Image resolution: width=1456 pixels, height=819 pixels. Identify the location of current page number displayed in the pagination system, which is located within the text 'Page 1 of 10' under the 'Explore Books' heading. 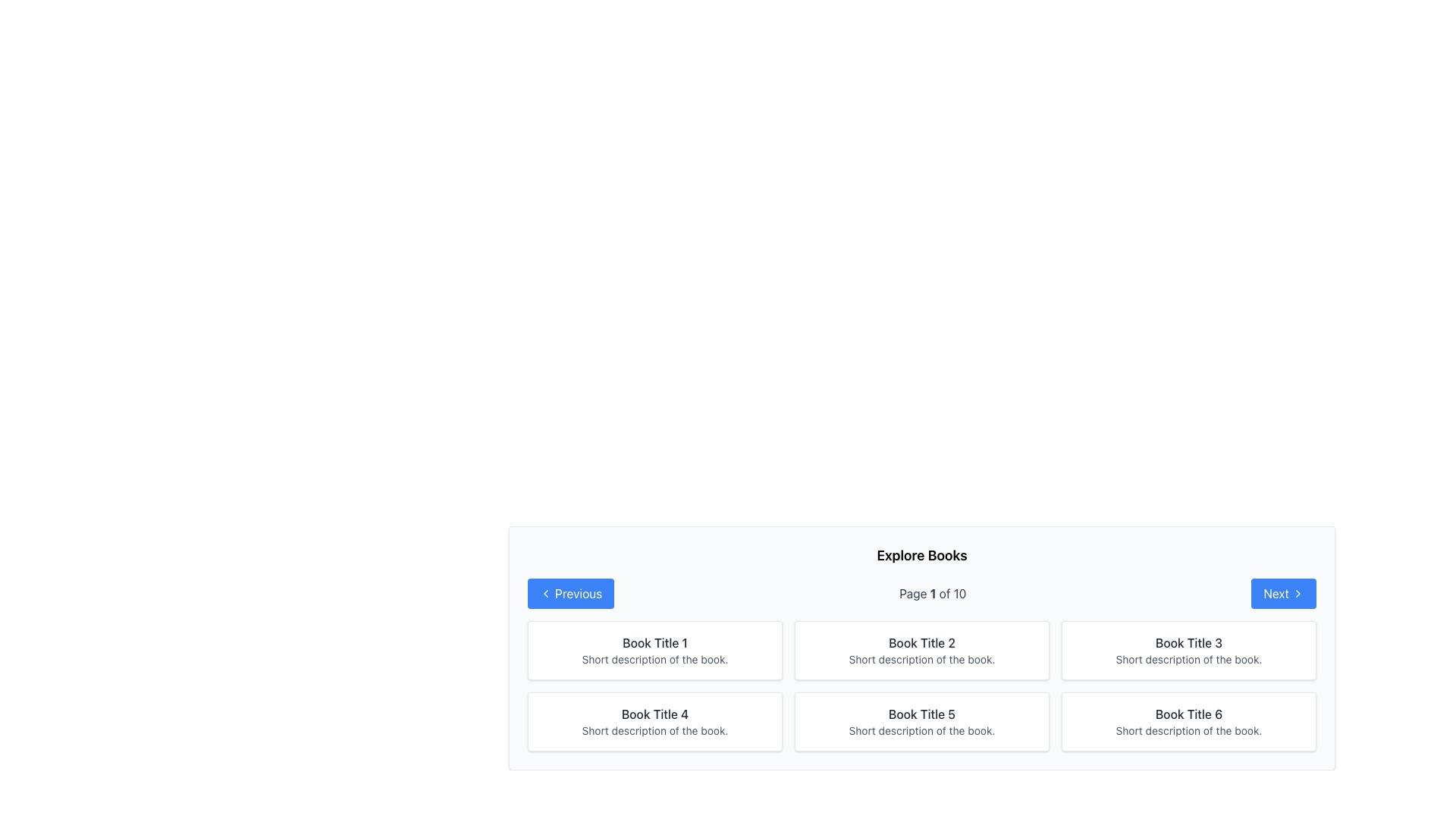
(932, 593).